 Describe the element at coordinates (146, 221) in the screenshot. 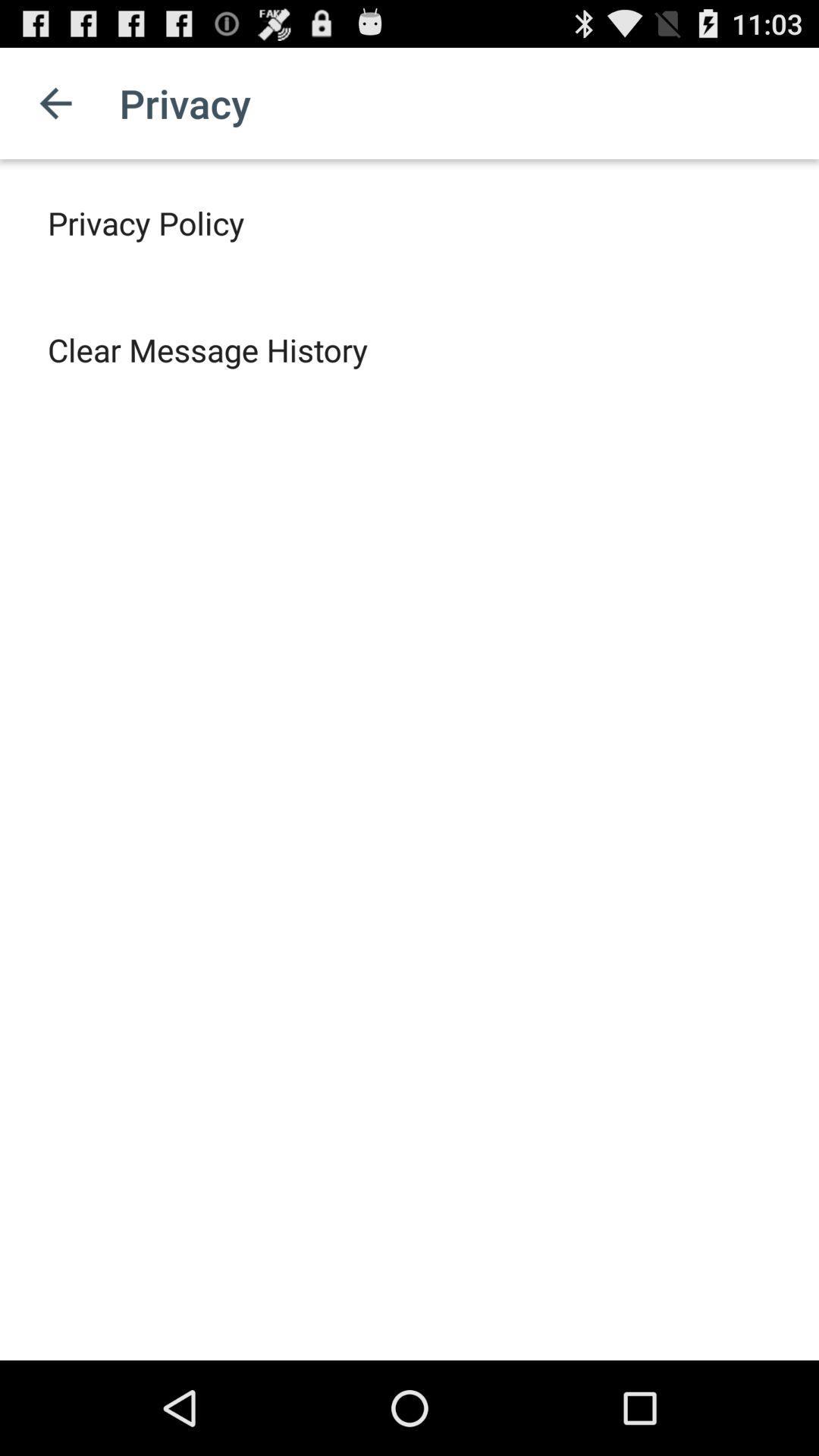

I see `the icon above clear message history icon` at that location.